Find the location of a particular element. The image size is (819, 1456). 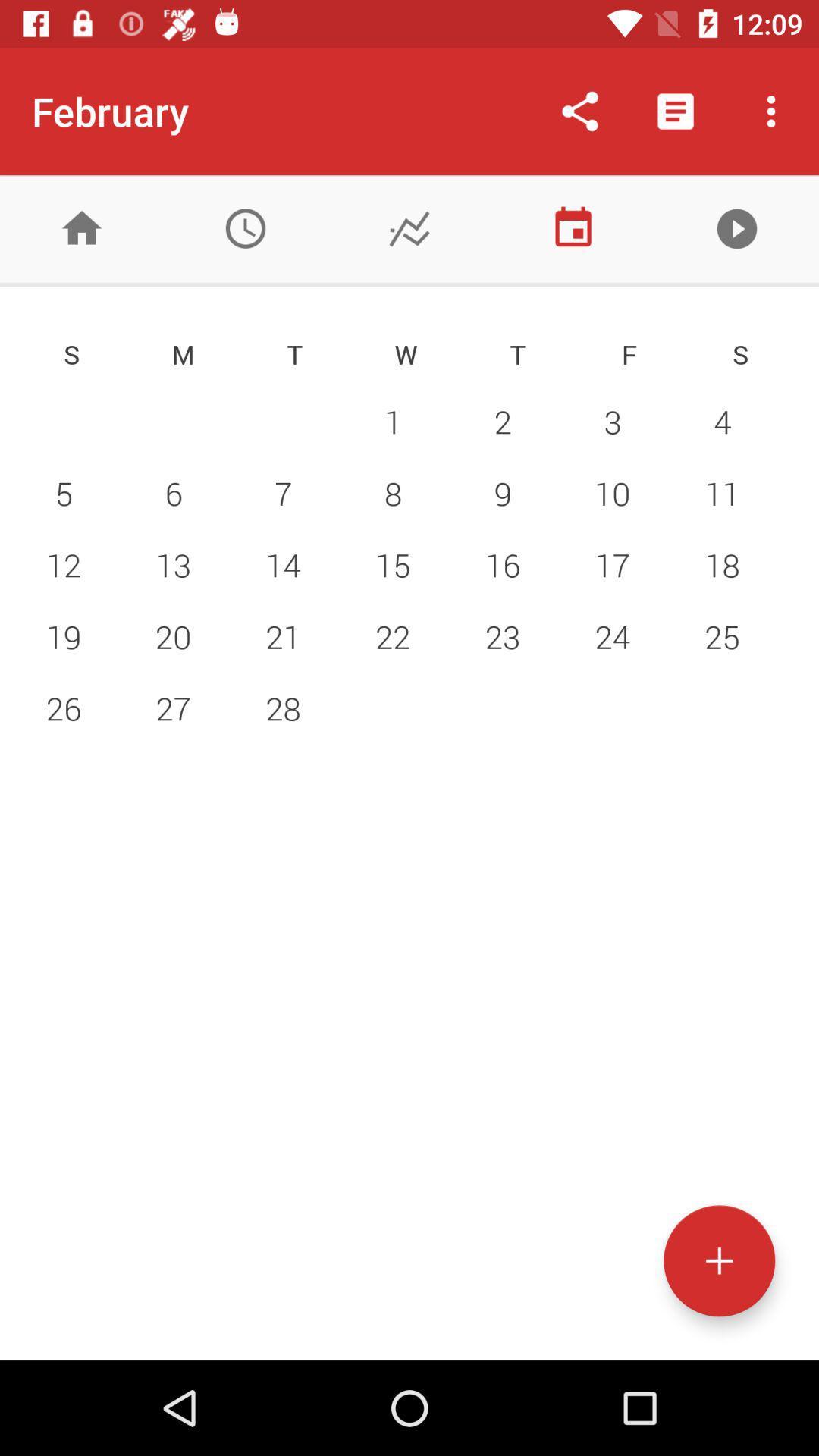

the time is located at coordinates (245, 227).